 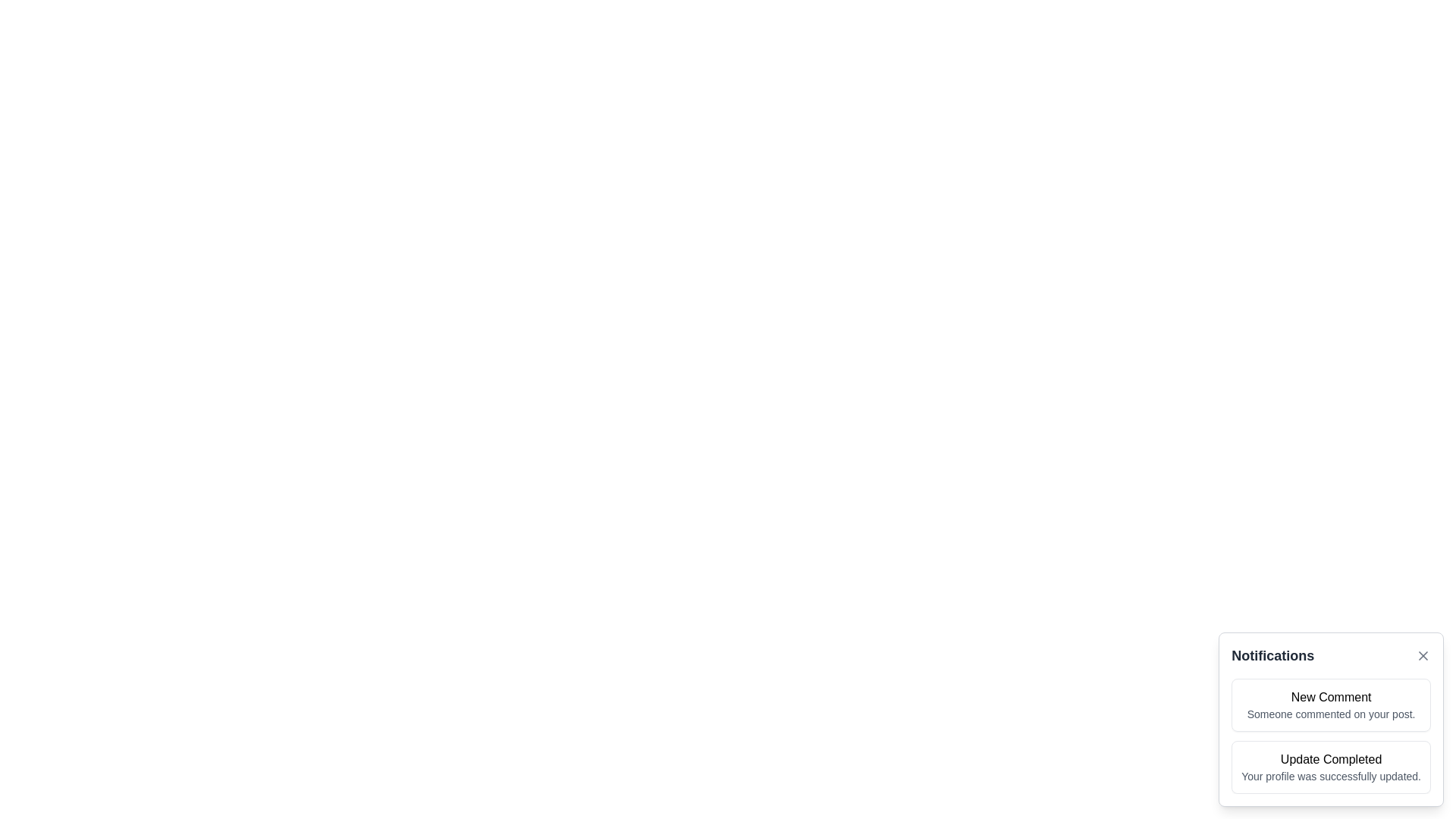 I want to click on notification titled 'New Comment' with the message 'Someone commented on your post' and the notification titled 'Update Completed' with the message 'Your profile was successfully updated' from the notification card located at the bottom-right corner of the interface, so click(x=1330, y=718).